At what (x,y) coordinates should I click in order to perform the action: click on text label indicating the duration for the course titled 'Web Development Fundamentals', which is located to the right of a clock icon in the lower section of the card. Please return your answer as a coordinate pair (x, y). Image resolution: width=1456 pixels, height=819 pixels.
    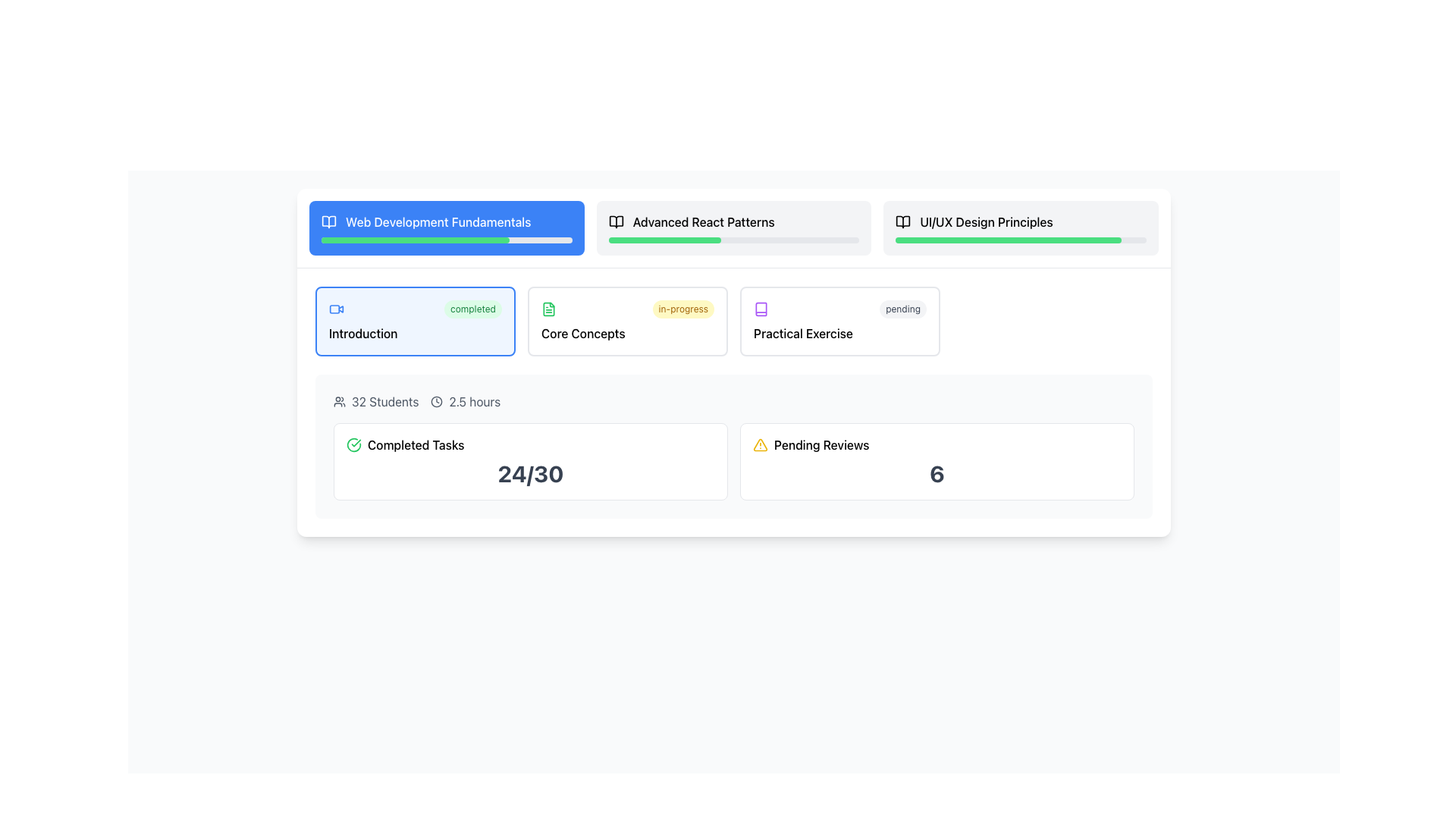
    Looking at the image, I should click on (474, 400).